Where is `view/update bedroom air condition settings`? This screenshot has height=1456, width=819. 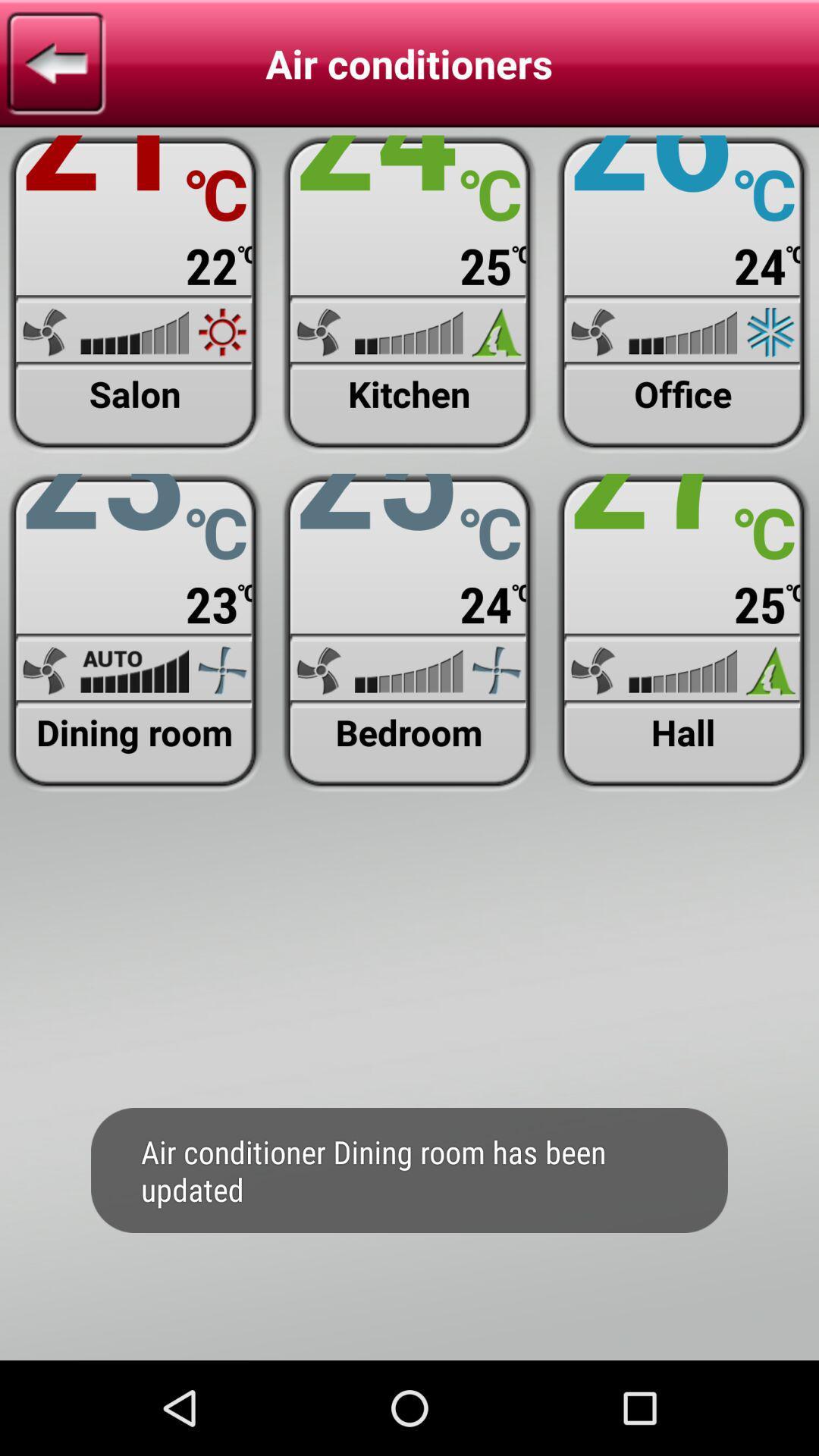 view/update bedroom air condition settings is located at coordinates (408, 632).